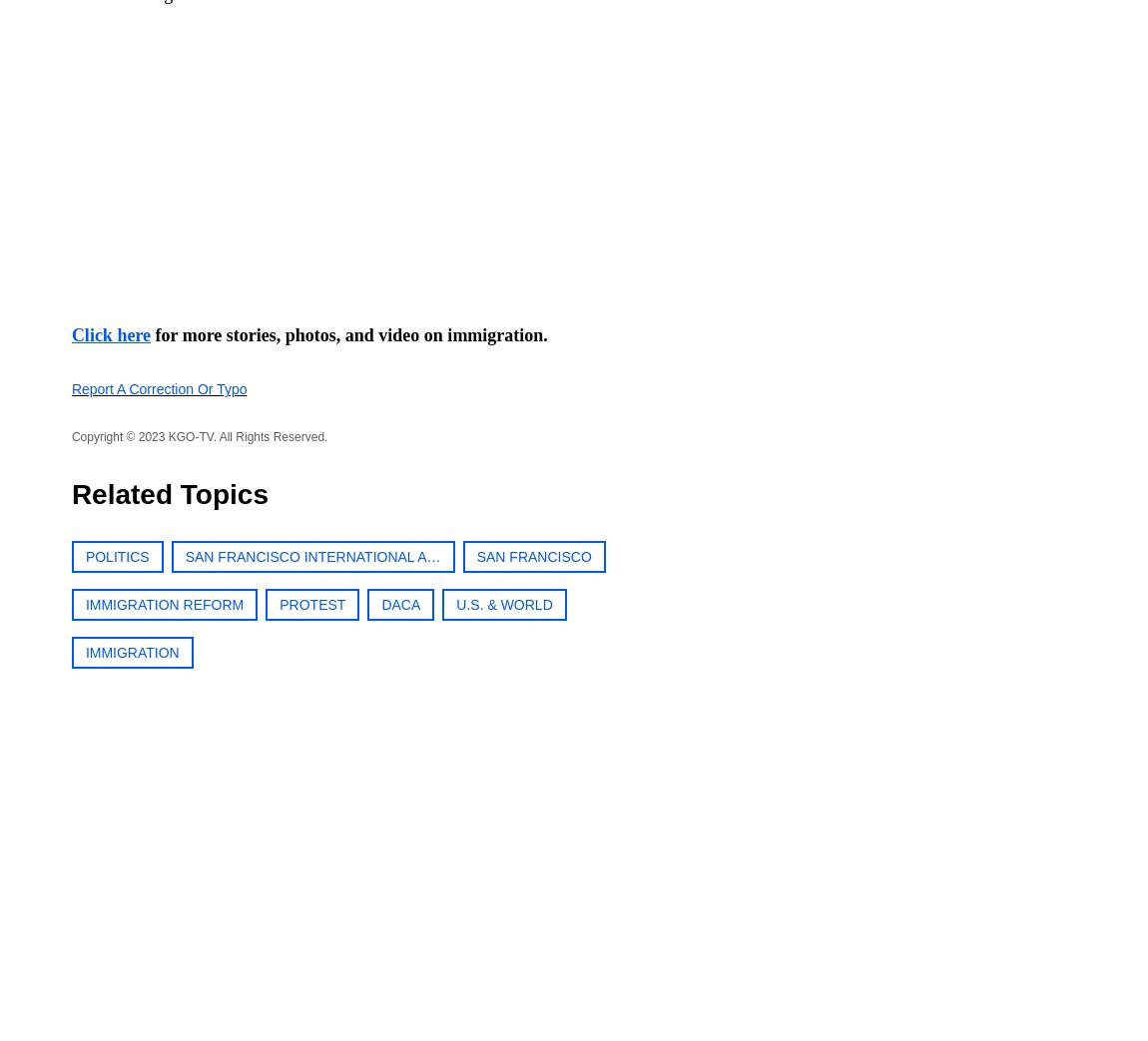  Describe the element at coordinates (279, 603) in the screenshot. I see `'PROTEST'` at that location.